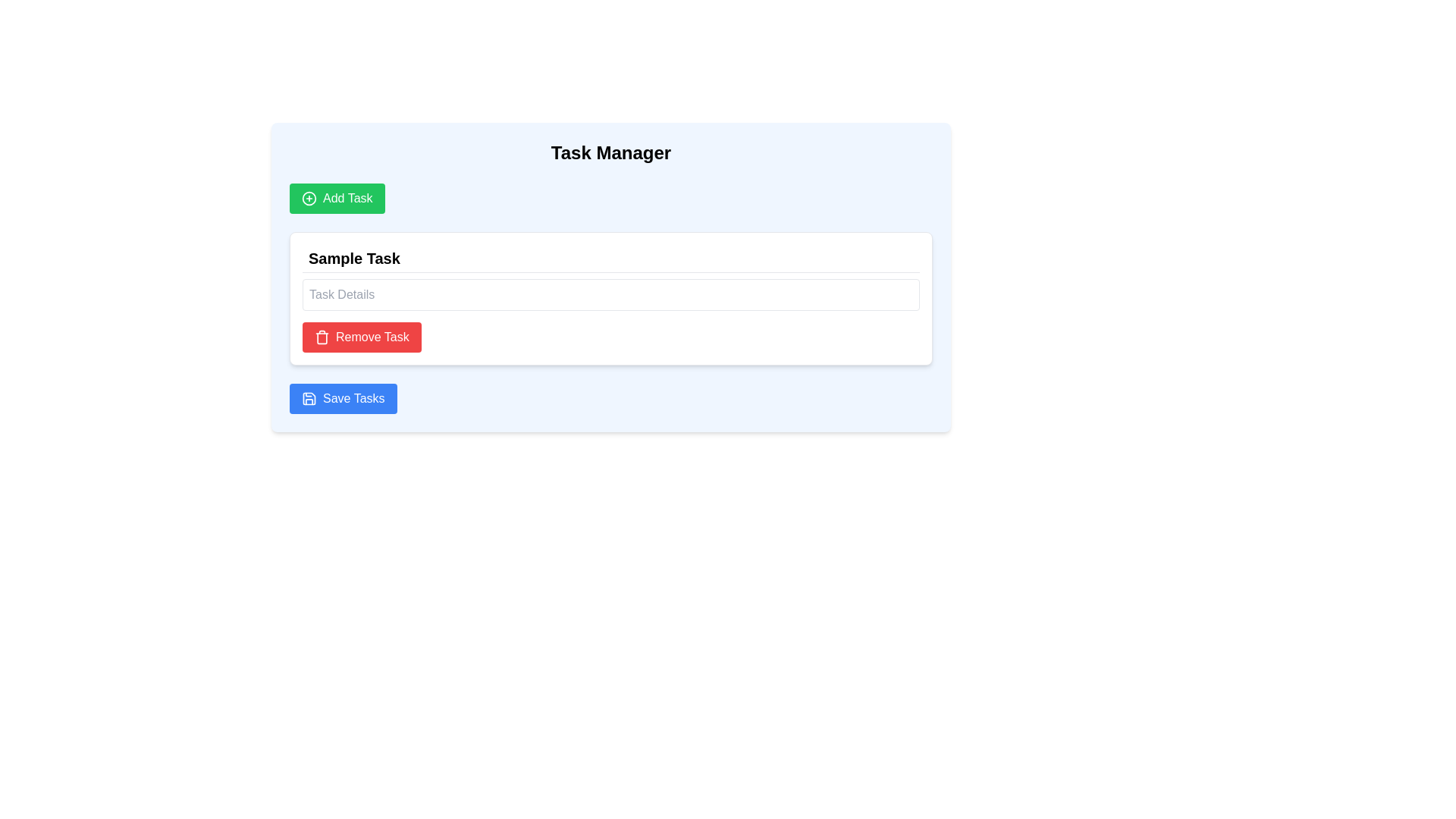  What do you see at coordinates (309, 198) in the screenshot?
I see `the decorative SVG icon representing the action of adding a task, located to the left of the text label inside the 'Add Task' button in the top-left corner of the application interface` at bounding box center [309, 198].